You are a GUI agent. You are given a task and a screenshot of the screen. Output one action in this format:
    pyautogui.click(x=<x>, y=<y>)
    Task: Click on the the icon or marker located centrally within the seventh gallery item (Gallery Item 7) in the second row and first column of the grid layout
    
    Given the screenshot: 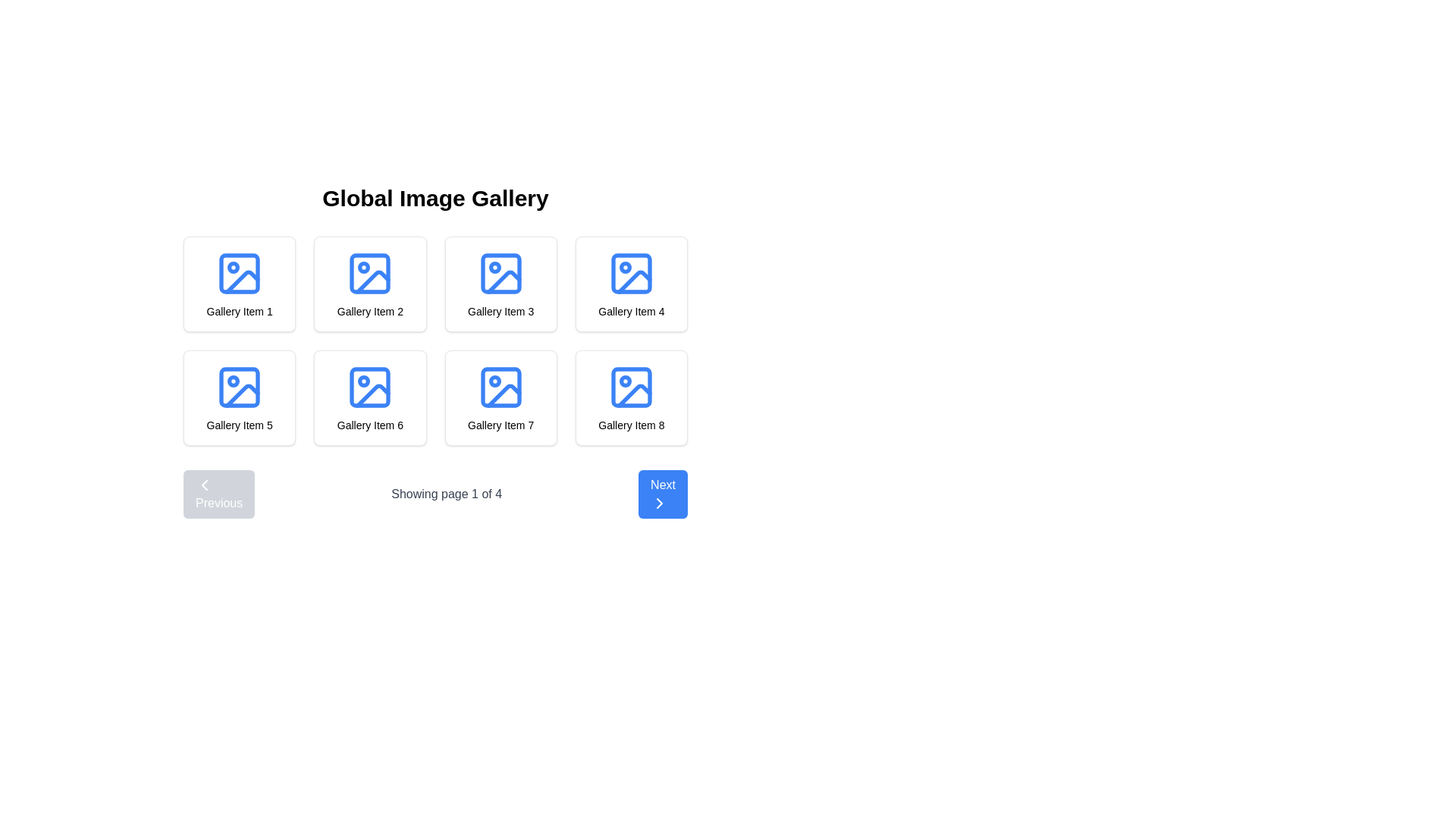 What is the action you would take?
    pyautogui.click(x=494, y=380)
    